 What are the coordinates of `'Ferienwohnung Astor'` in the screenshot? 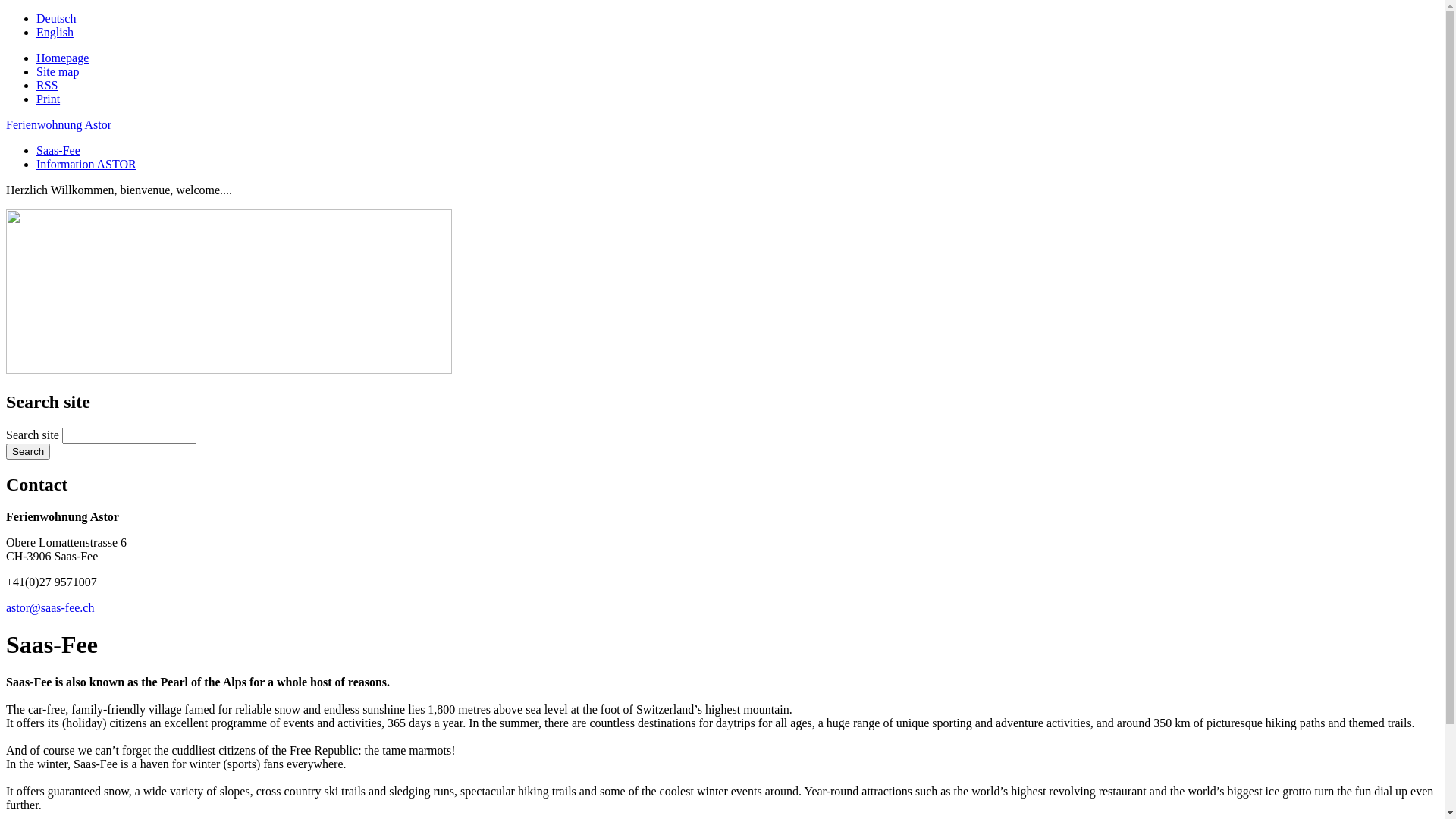 It's located at (58, 124).